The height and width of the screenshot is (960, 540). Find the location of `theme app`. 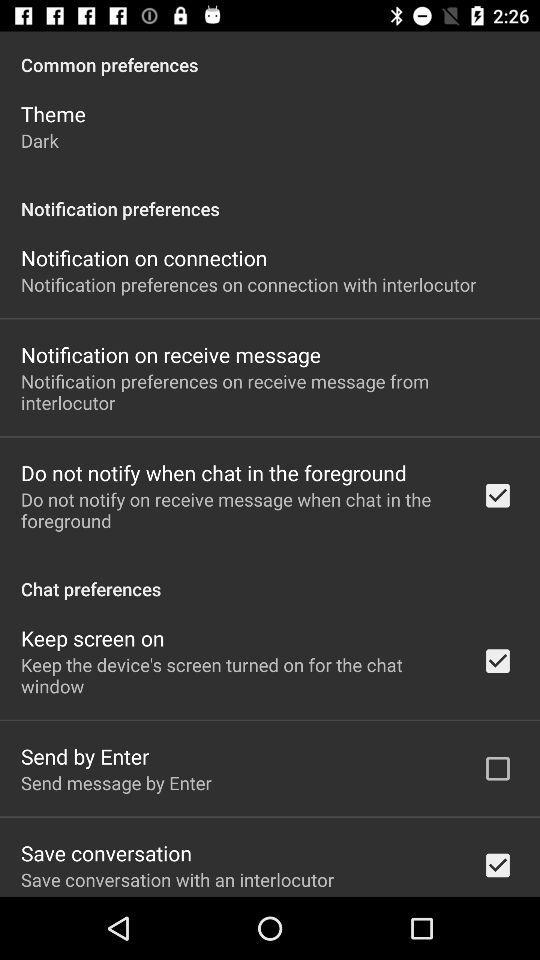

theme app is located at coordinates (53, 114).